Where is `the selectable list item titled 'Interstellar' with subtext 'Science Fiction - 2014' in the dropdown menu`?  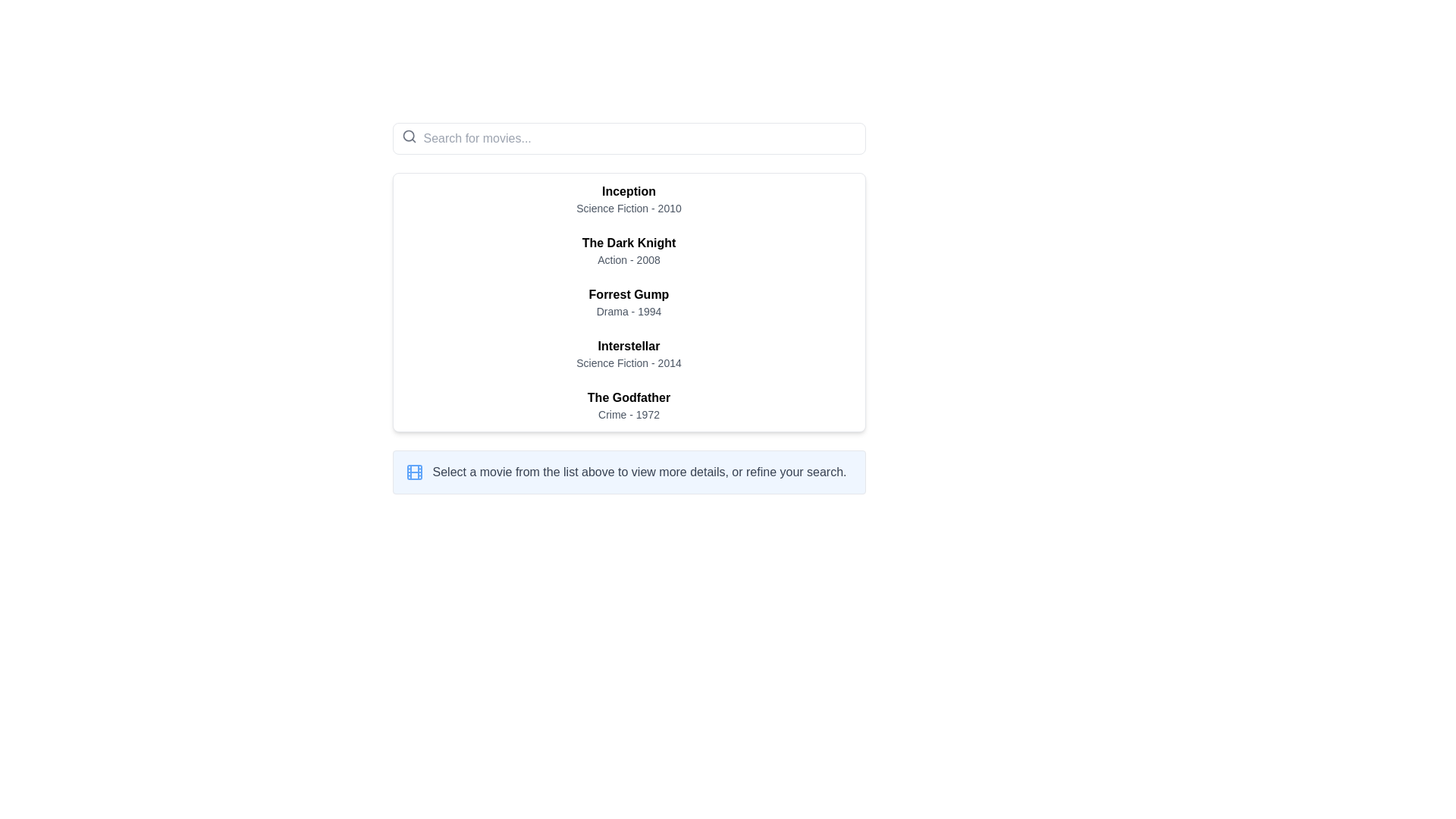
the selectable list item titled 'Interstellar' with subtext 'Science Fiction - 2014' in the dropdown menu is located at coordinates (629, 353).